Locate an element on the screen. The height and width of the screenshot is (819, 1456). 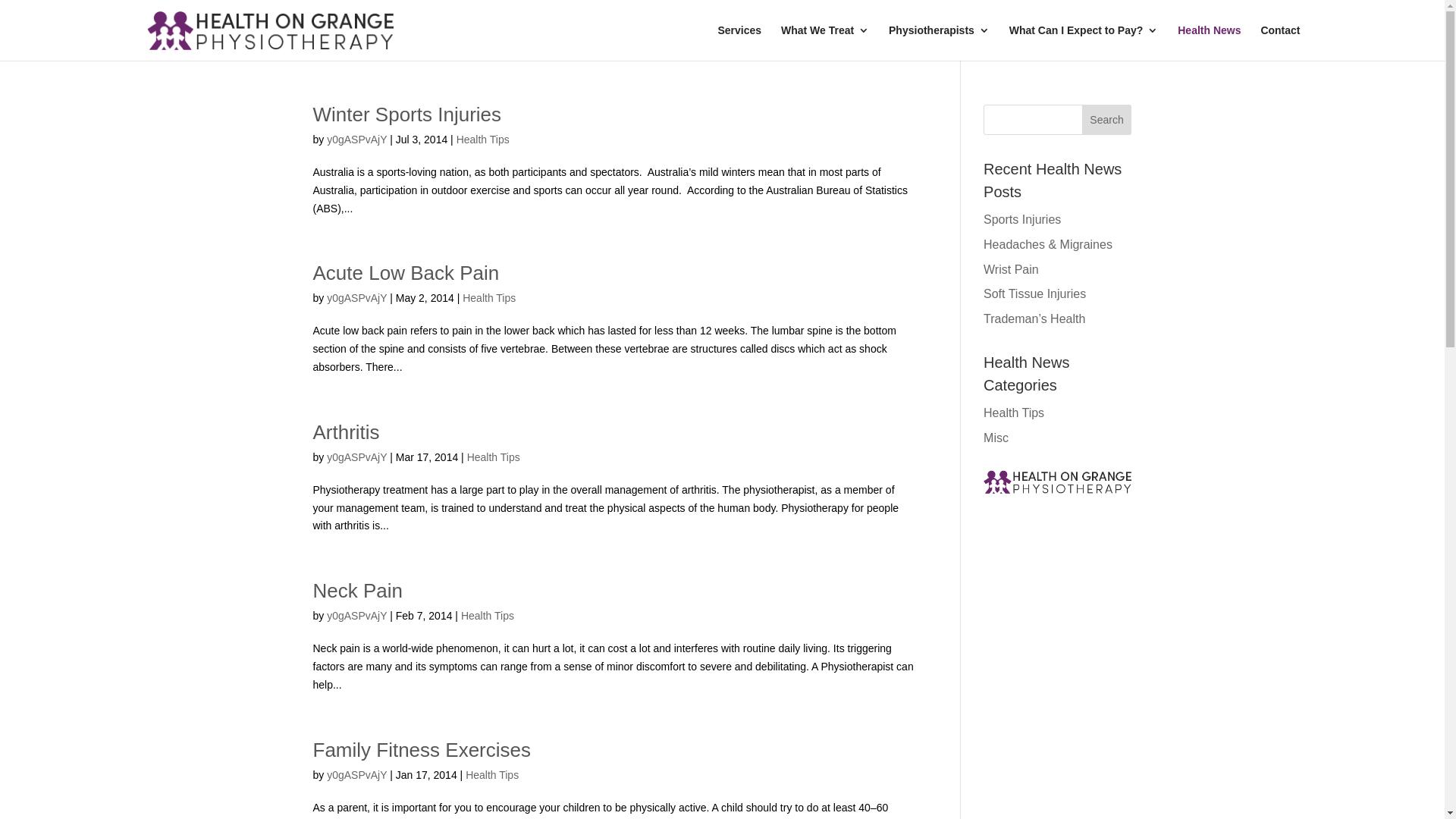
'What Can I Expect to Pay?' is located at coordinates (1009, 42).